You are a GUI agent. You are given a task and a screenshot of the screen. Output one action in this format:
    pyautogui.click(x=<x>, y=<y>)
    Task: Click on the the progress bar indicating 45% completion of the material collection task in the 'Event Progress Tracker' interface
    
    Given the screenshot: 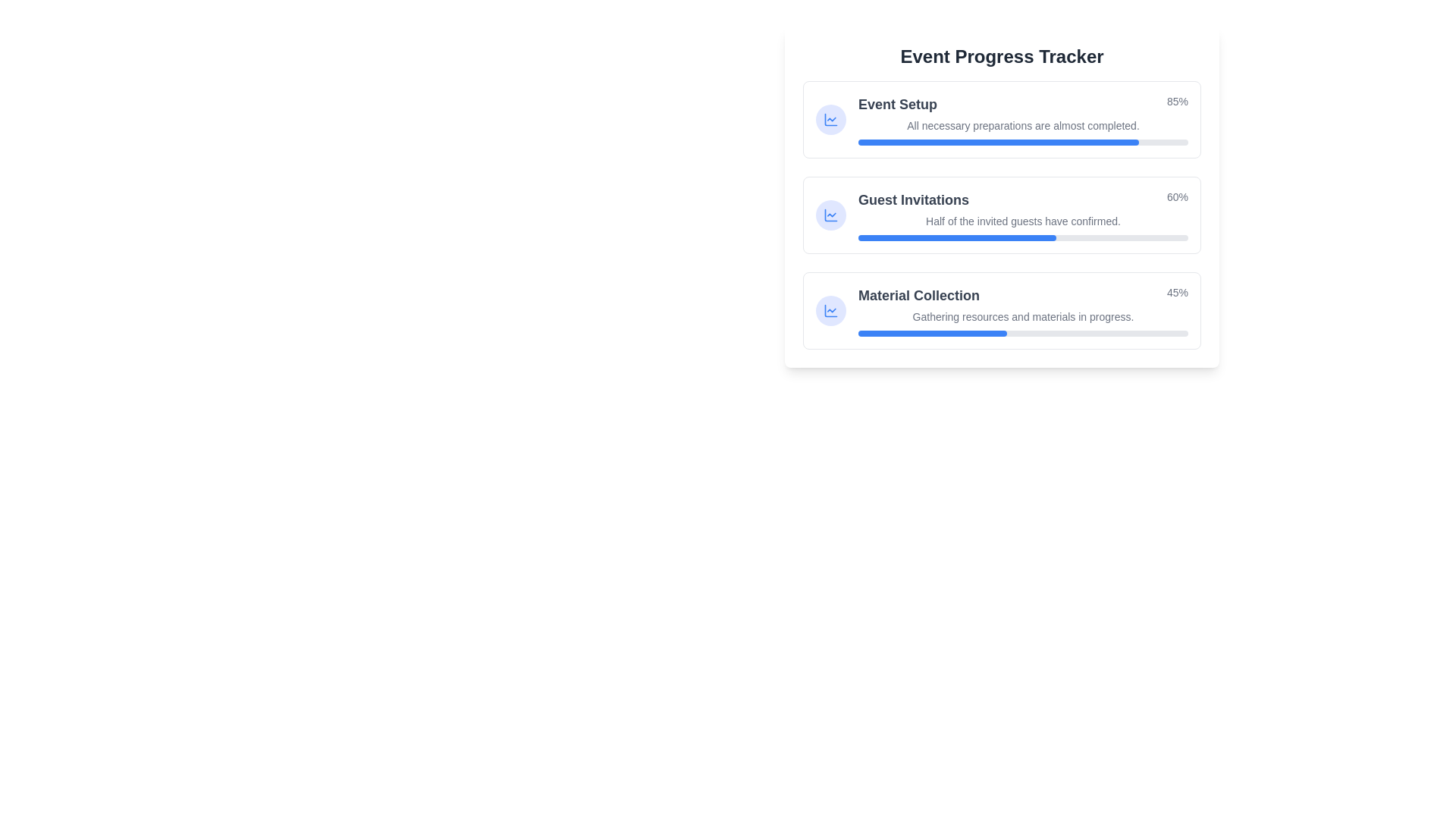 What is the action you would take?
    pyautogui.click(x=1023, y=332)
    